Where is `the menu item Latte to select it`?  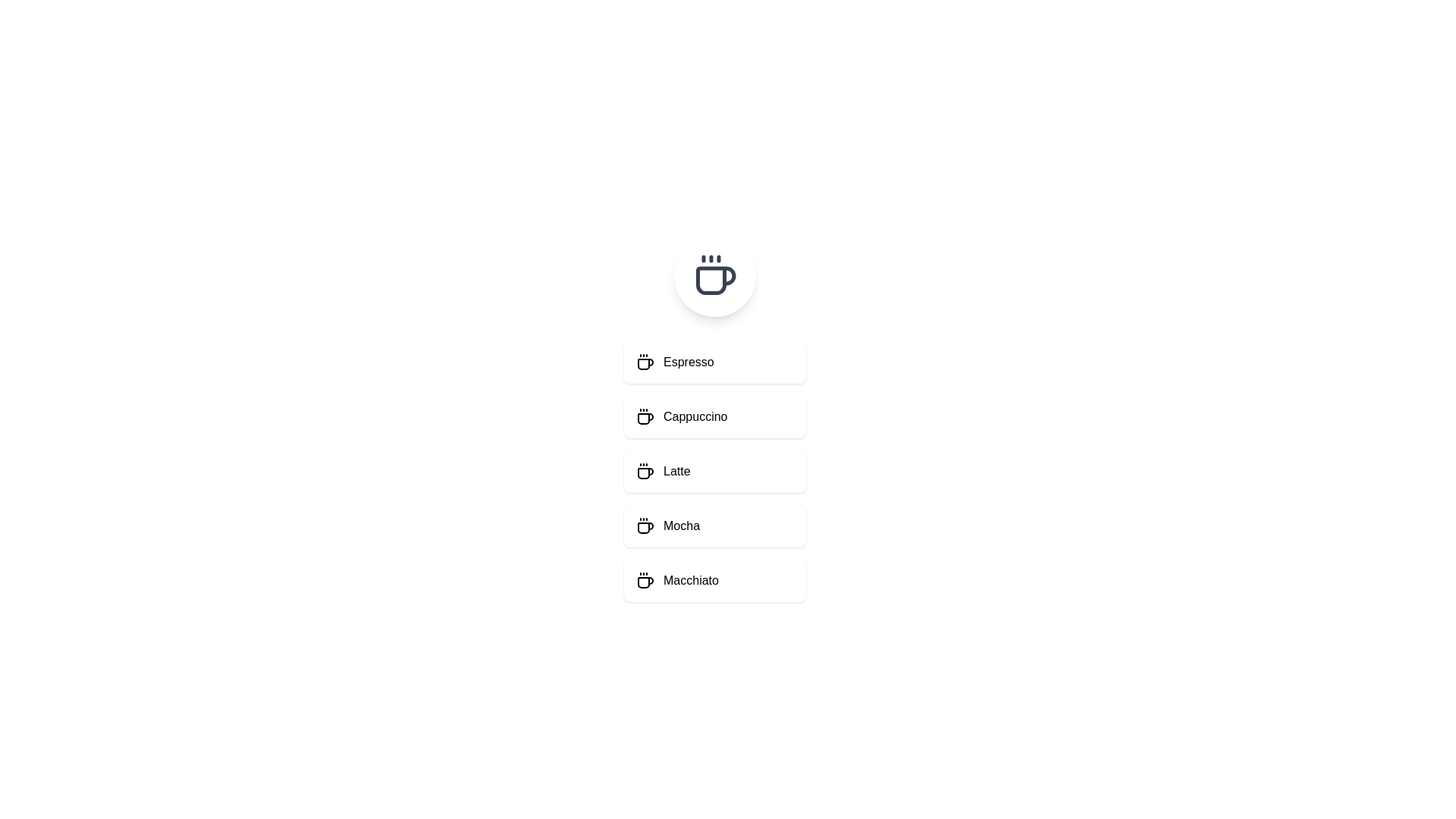
the menu item Latte to select it is located at coordinates (714, 470).